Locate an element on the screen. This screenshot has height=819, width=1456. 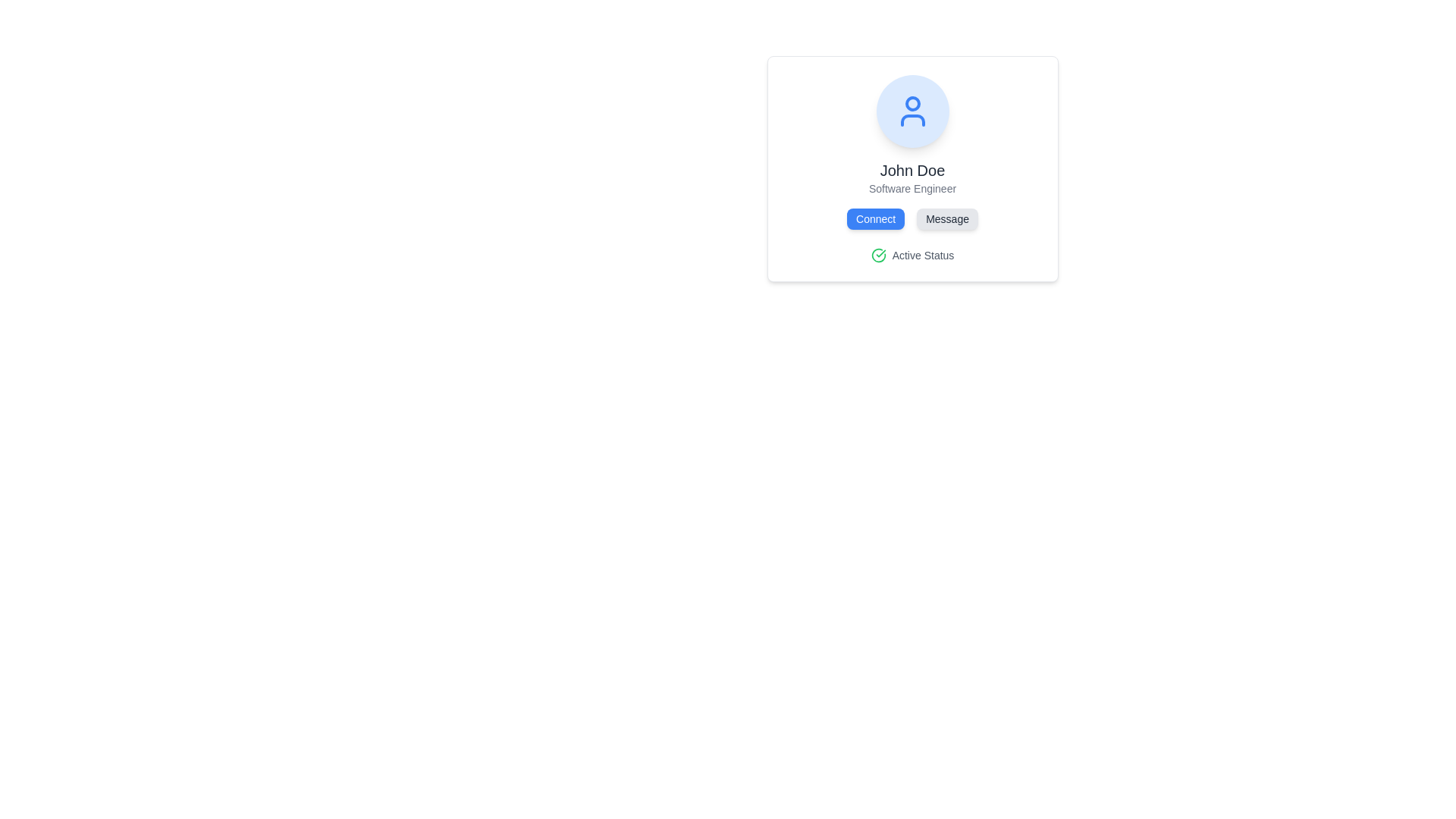
the profile header text display that shows the user's full name and professional title, which is located below the avatar icon and above the 'Connect' and 'Message' buttons is located at coordinates (912, 177).